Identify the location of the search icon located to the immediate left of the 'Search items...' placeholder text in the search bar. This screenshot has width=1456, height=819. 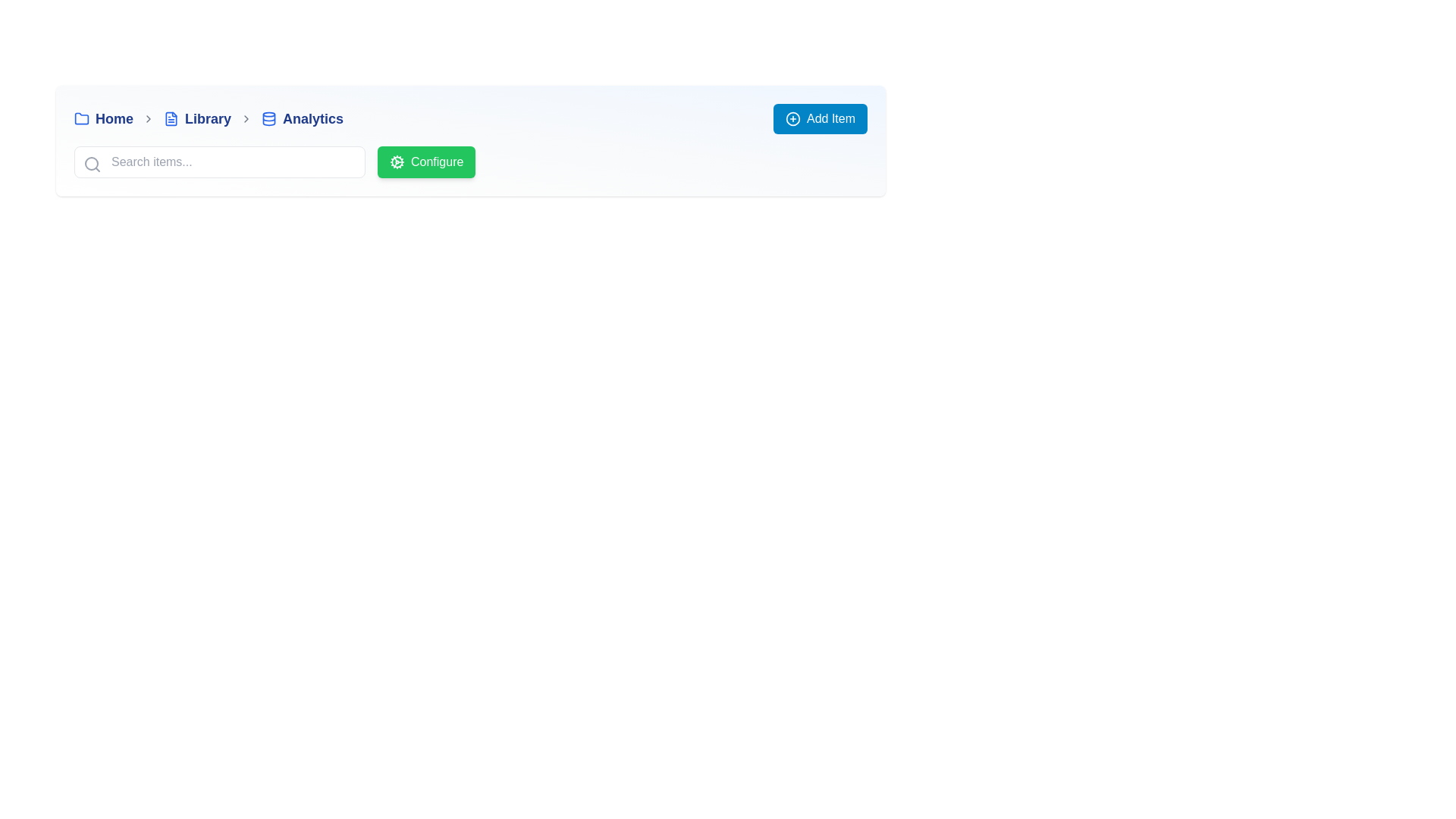
(91, 164).